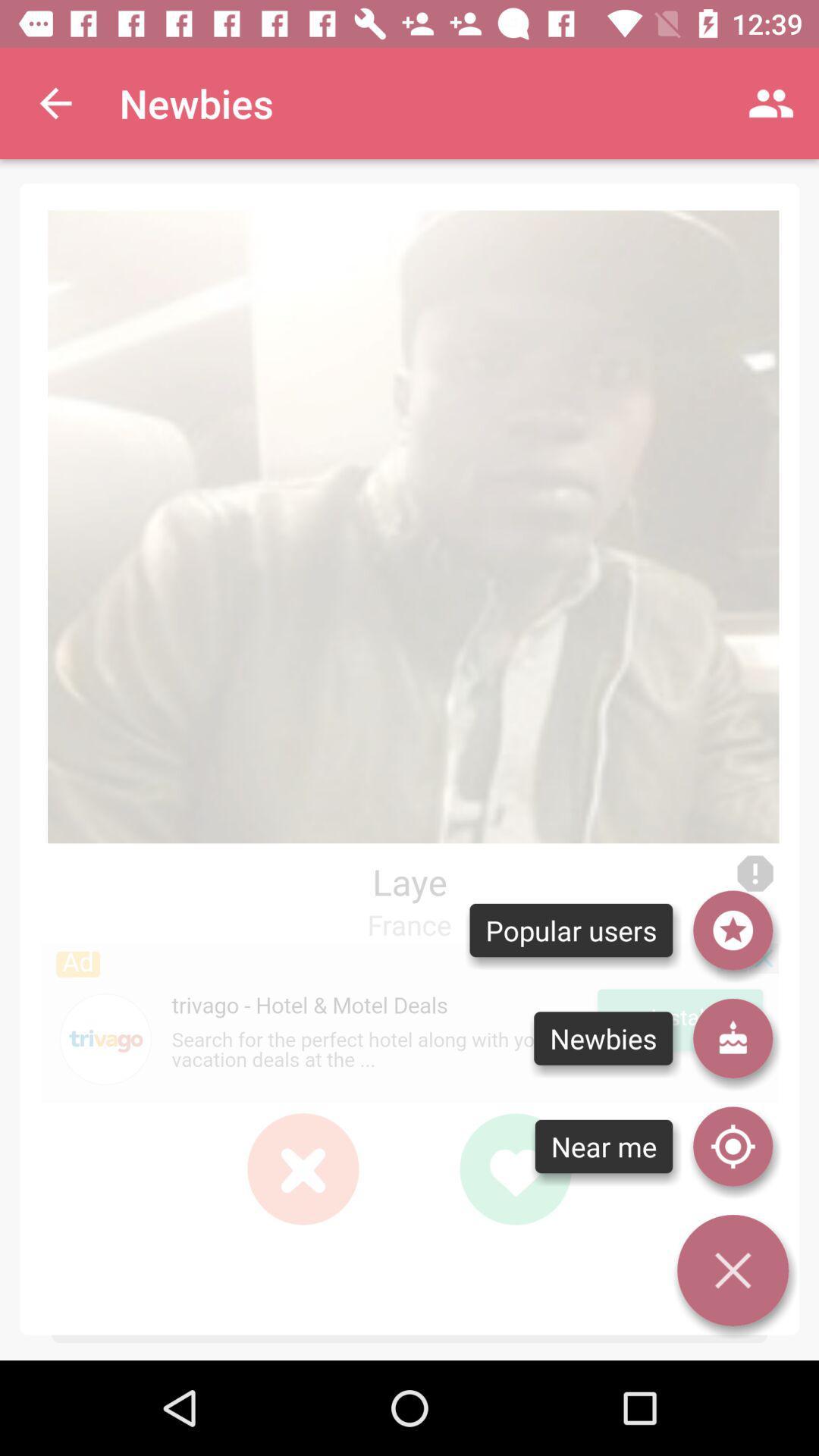 Image resolution: width=819 pixels, height=1456 pixels. I want to click on the gift icon, so click(732, 1037).